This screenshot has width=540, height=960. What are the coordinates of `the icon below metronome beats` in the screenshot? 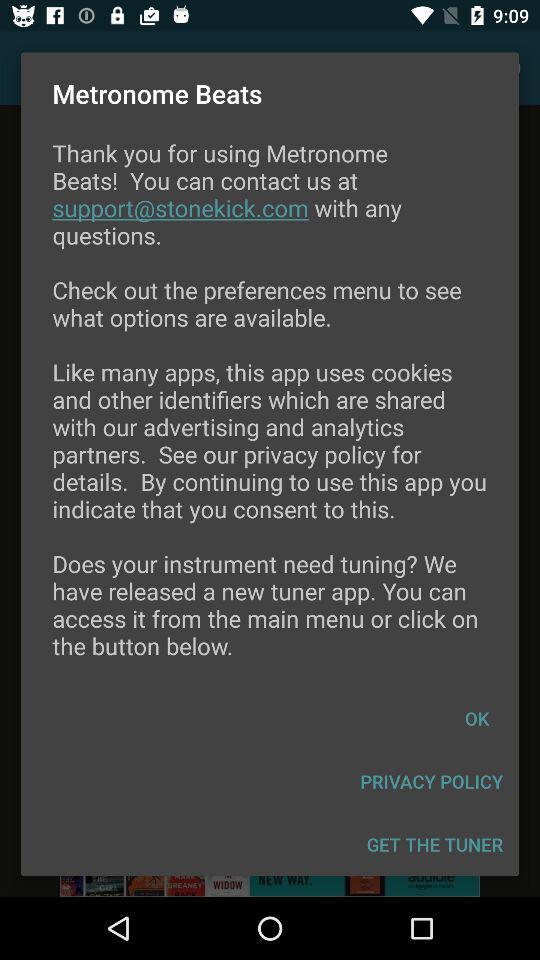 It's located at (270, 411).